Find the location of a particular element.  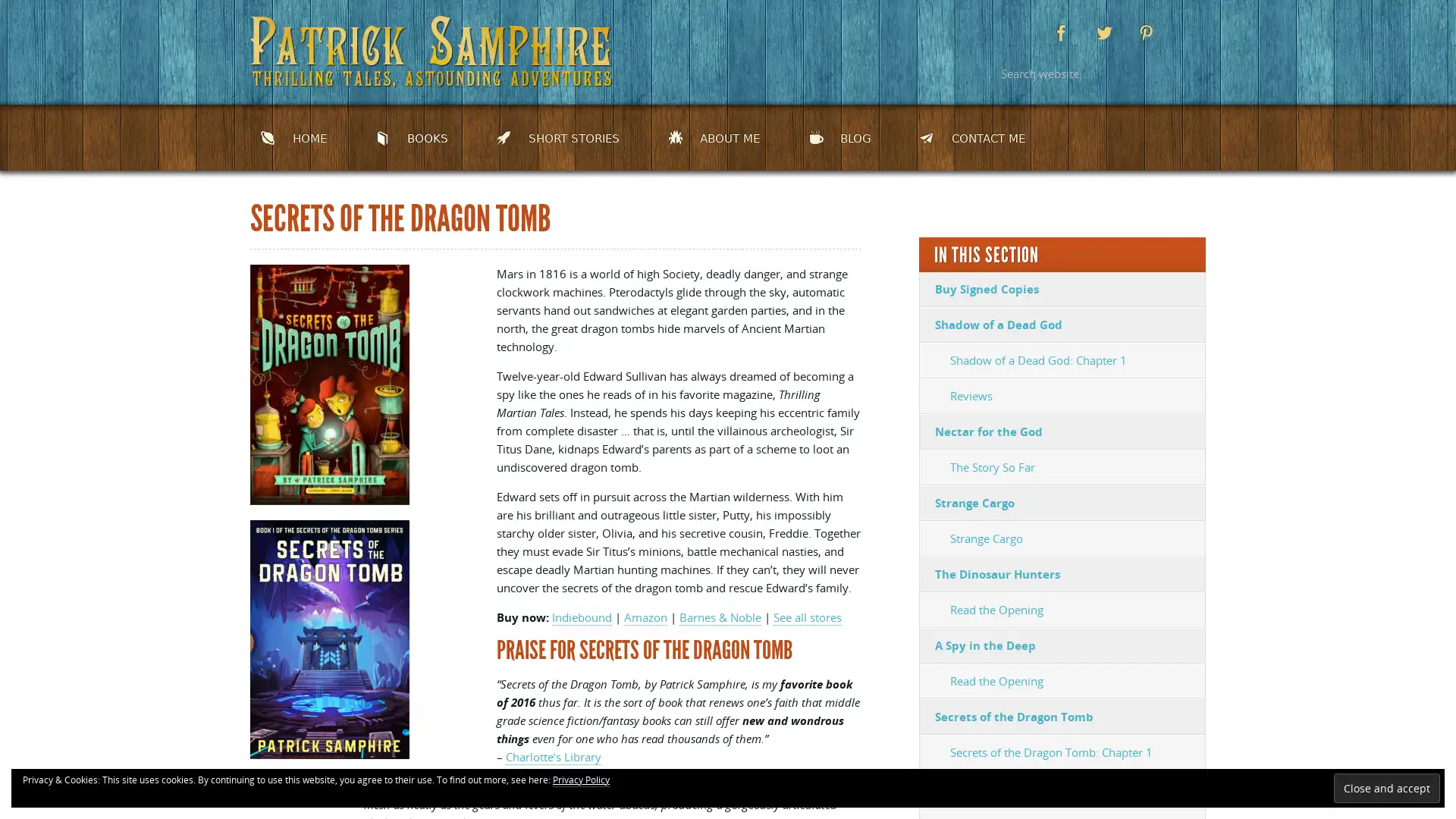

Close and accept is located at coordinates (1386, 787).